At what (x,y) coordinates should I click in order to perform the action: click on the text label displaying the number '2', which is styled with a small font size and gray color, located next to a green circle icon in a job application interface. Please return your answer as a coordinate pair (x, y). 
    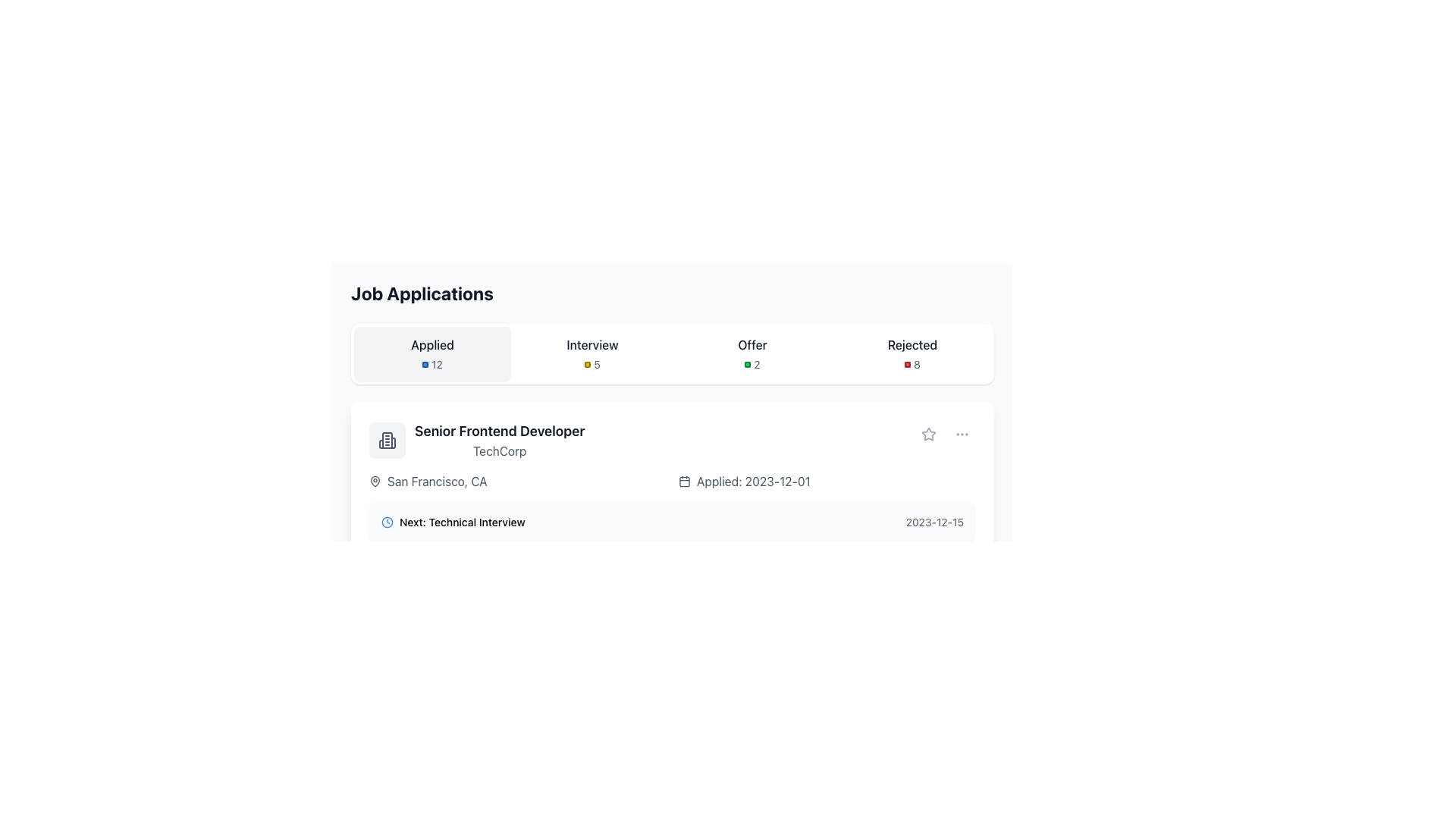
    Looking at the image, I should click on (757, 365).